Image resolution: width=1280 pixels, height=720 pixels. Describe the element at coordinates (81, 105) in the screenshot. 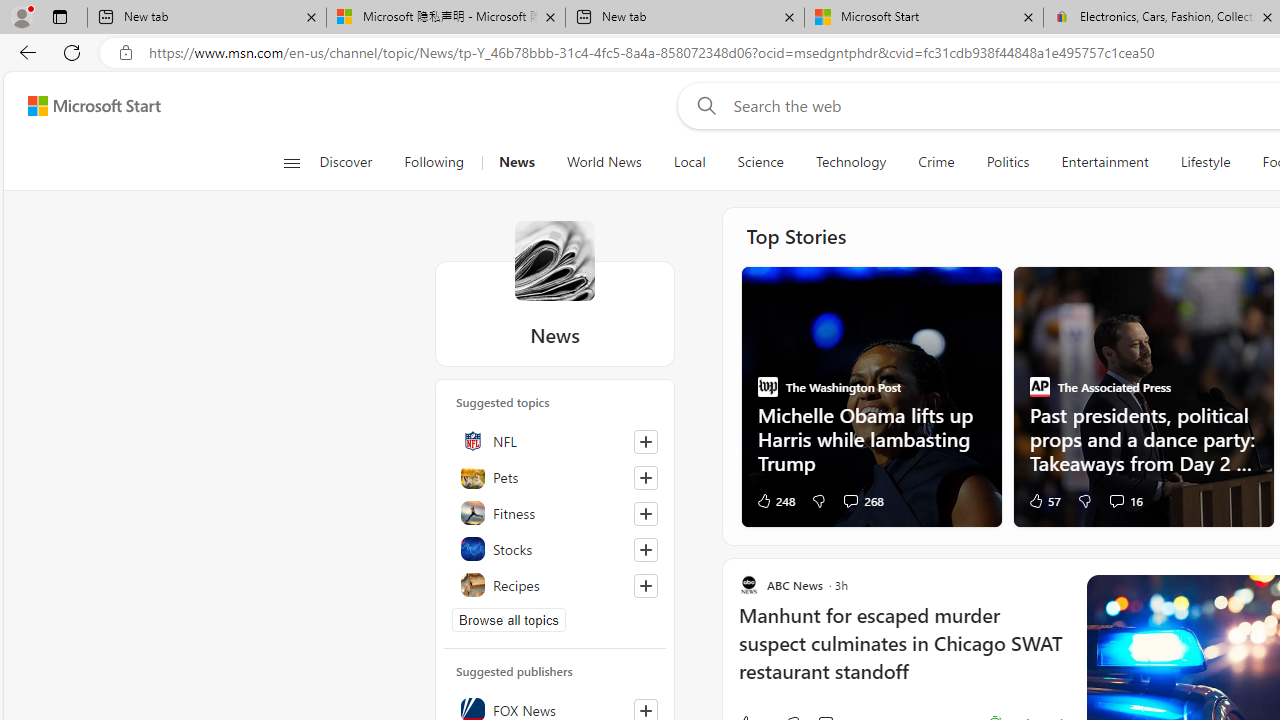

I see `'Skip to footer'` at that location.